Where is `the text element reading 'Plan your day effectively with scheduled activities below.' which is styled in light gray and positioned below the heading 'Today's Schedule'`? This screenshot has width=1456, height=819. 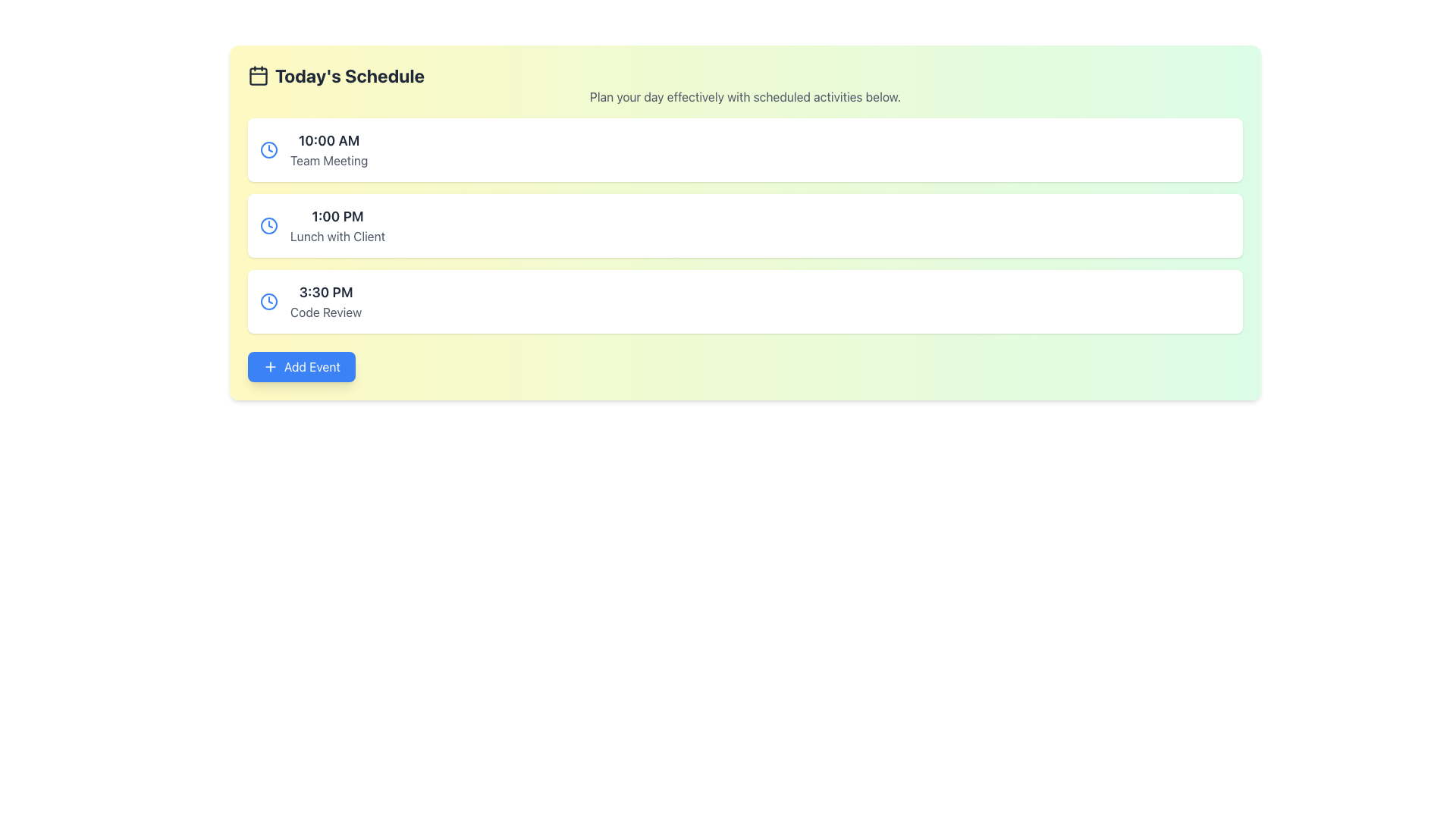
the text element reading 'Plan your day effectively with scheduled activities below.' which is styled in light gray and positioned below the heading 'Today's Schedule' is located at coordinates (745, 96).